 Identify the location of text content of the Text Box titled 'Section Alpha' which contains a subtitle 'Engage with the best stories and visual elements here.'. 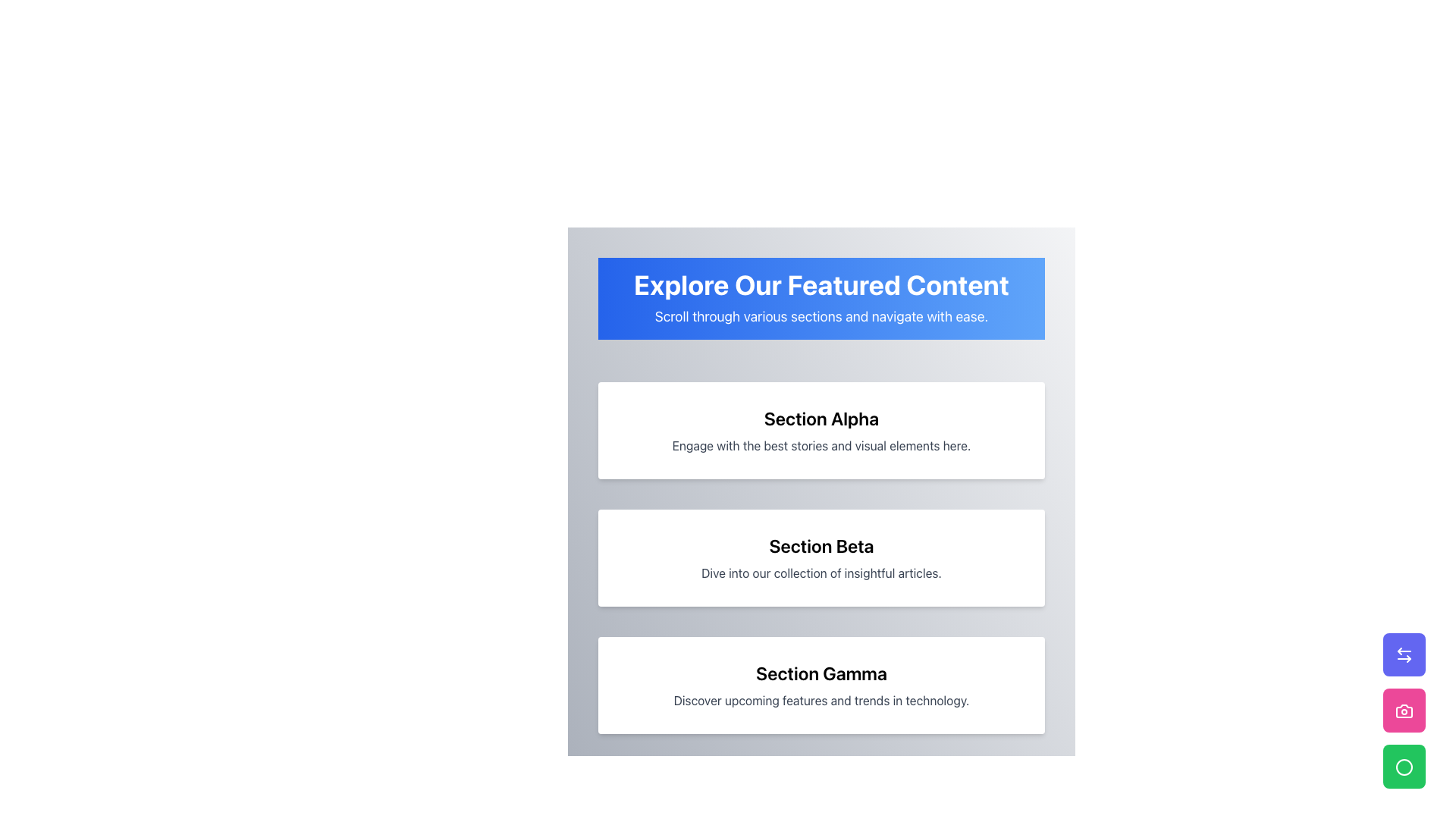
(821, 430).